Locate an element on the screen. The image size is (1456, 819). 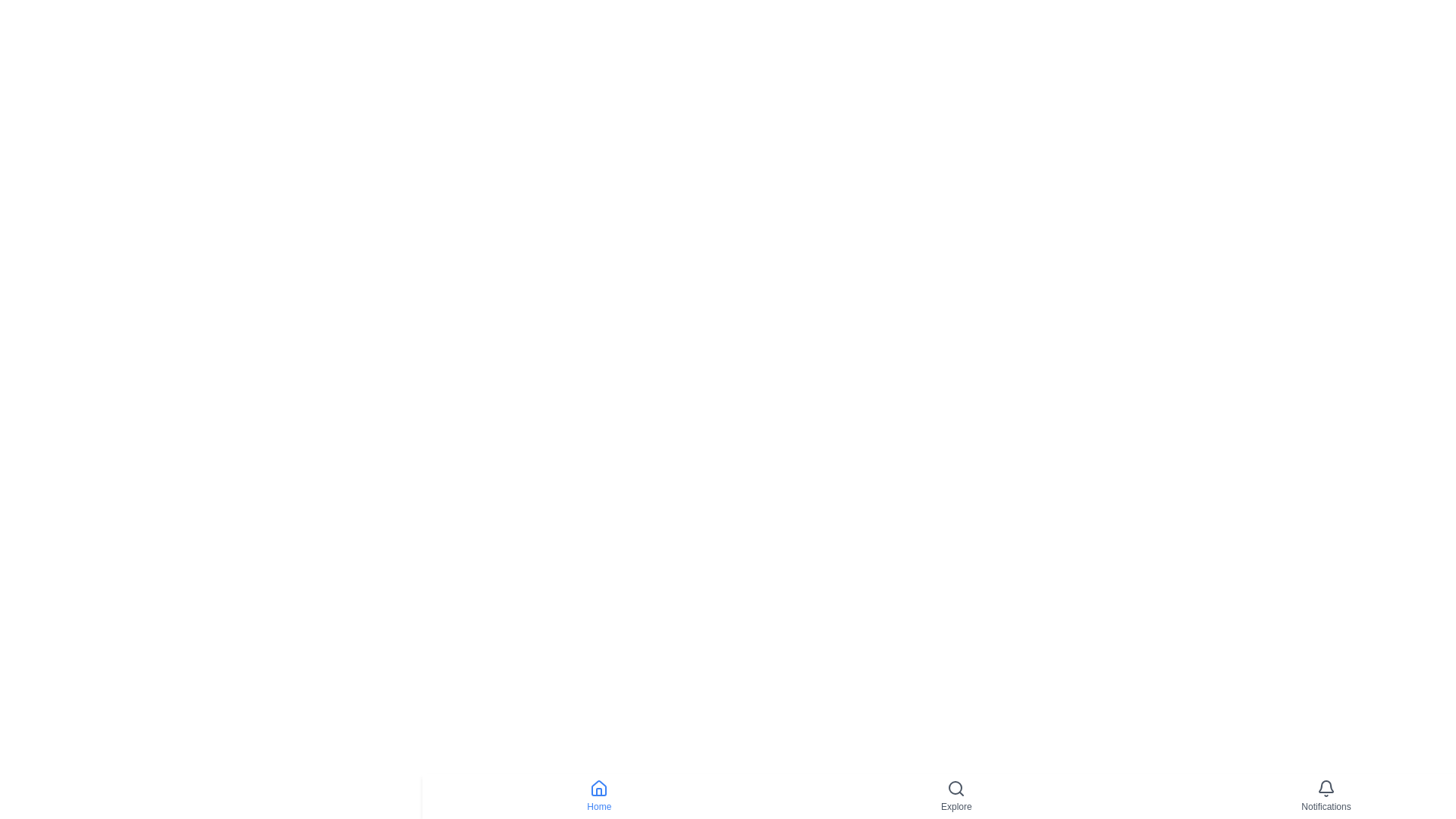
the Text Label located at the bottom right of the interface, which serves as a description for the magnifying glass icon above it is located at coordinates (955, 806).